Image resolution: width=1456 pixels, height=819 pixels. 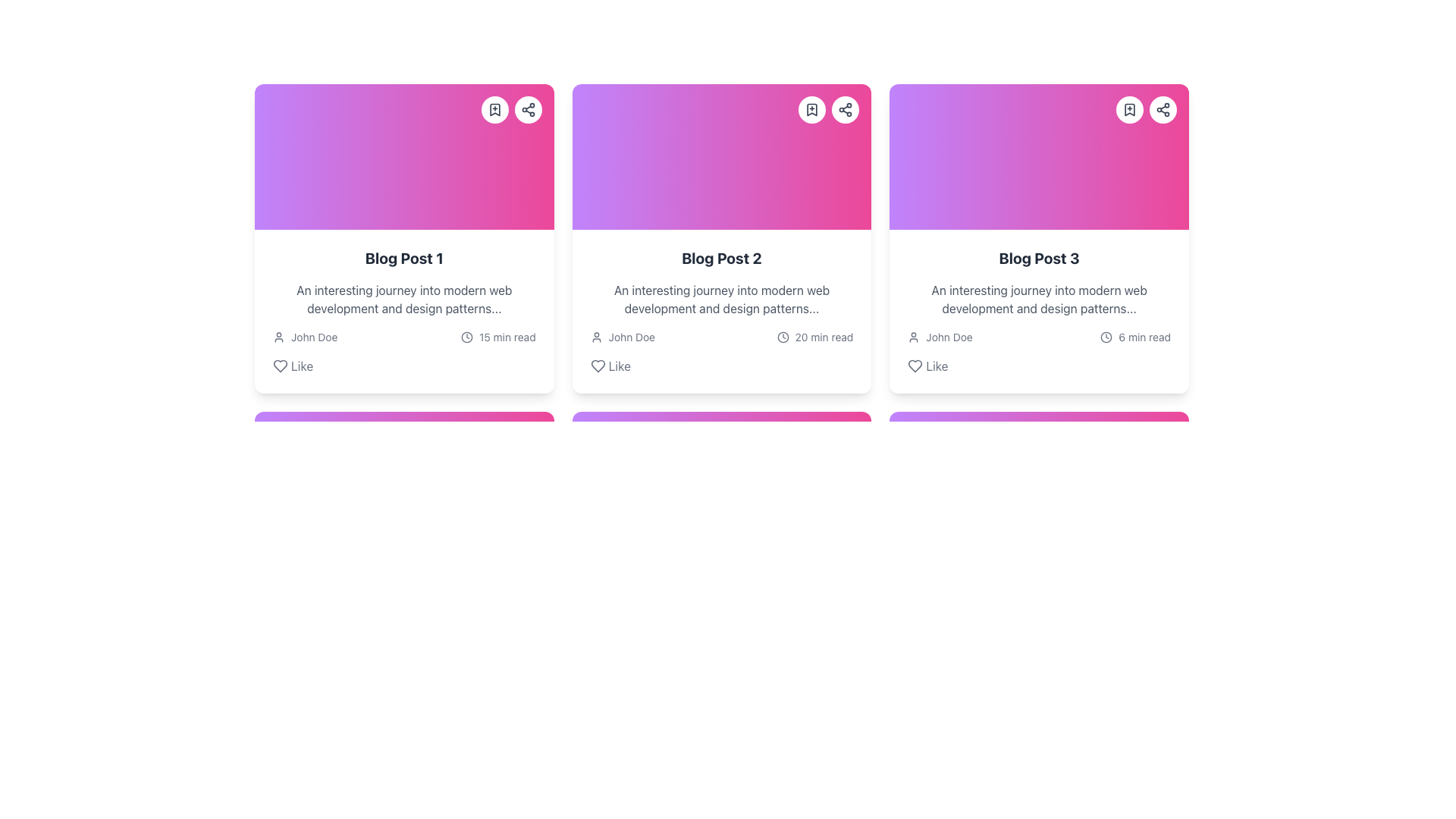 I want to click on the 'like' icon located next to the text 'Like' at the bottom of the second card in a horizontally aligned set of three cards, so click(x=597, y=366).